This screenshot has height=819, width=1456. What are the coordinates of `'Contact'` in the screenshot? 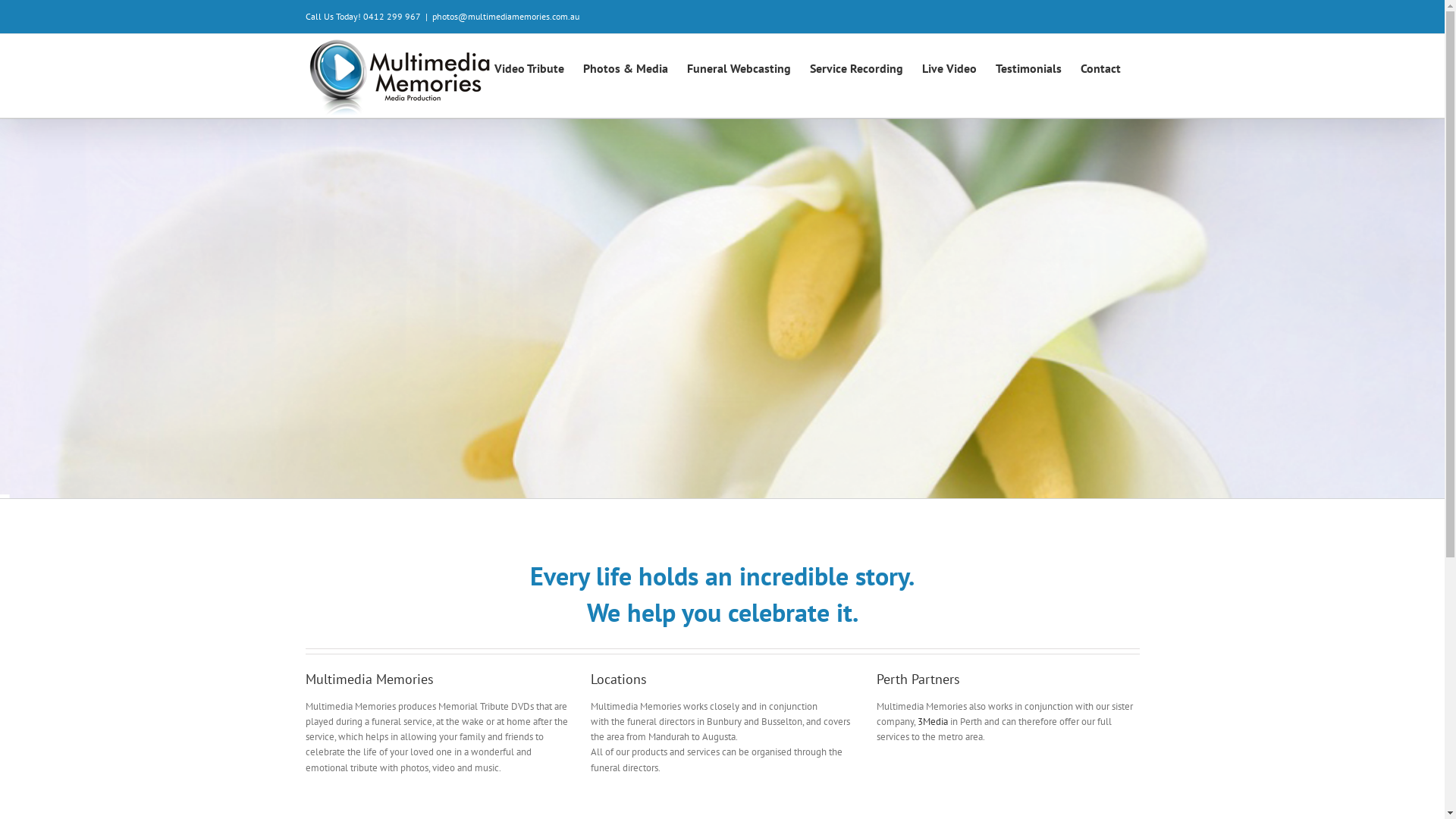 It's located at (1100, 66).